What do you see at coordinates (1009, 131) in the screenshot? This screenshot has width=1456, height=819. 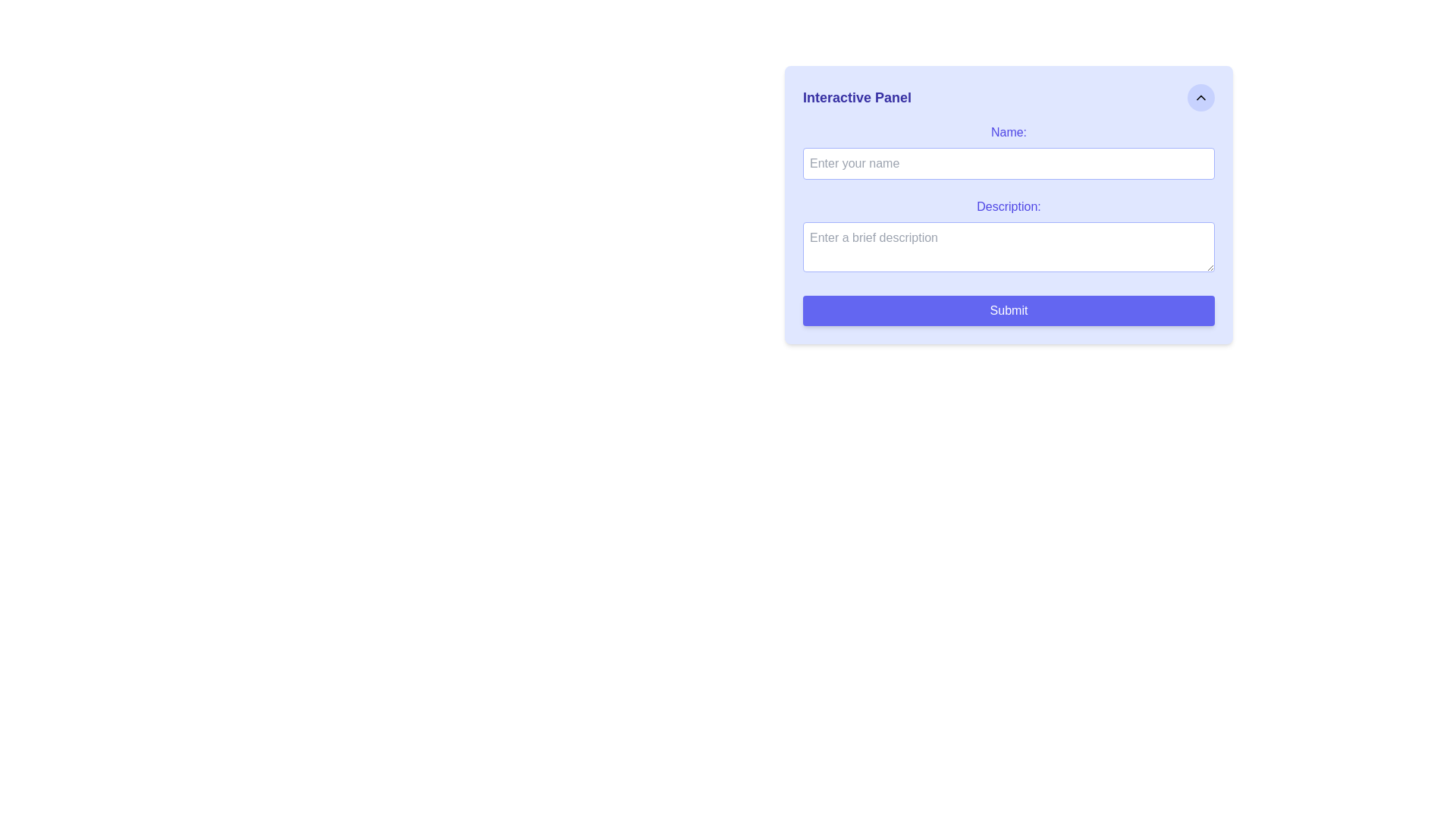 I see `label that provides context for the name input field, positioned at the top of the form interface above the input box` at bounding box center [1009, 131].